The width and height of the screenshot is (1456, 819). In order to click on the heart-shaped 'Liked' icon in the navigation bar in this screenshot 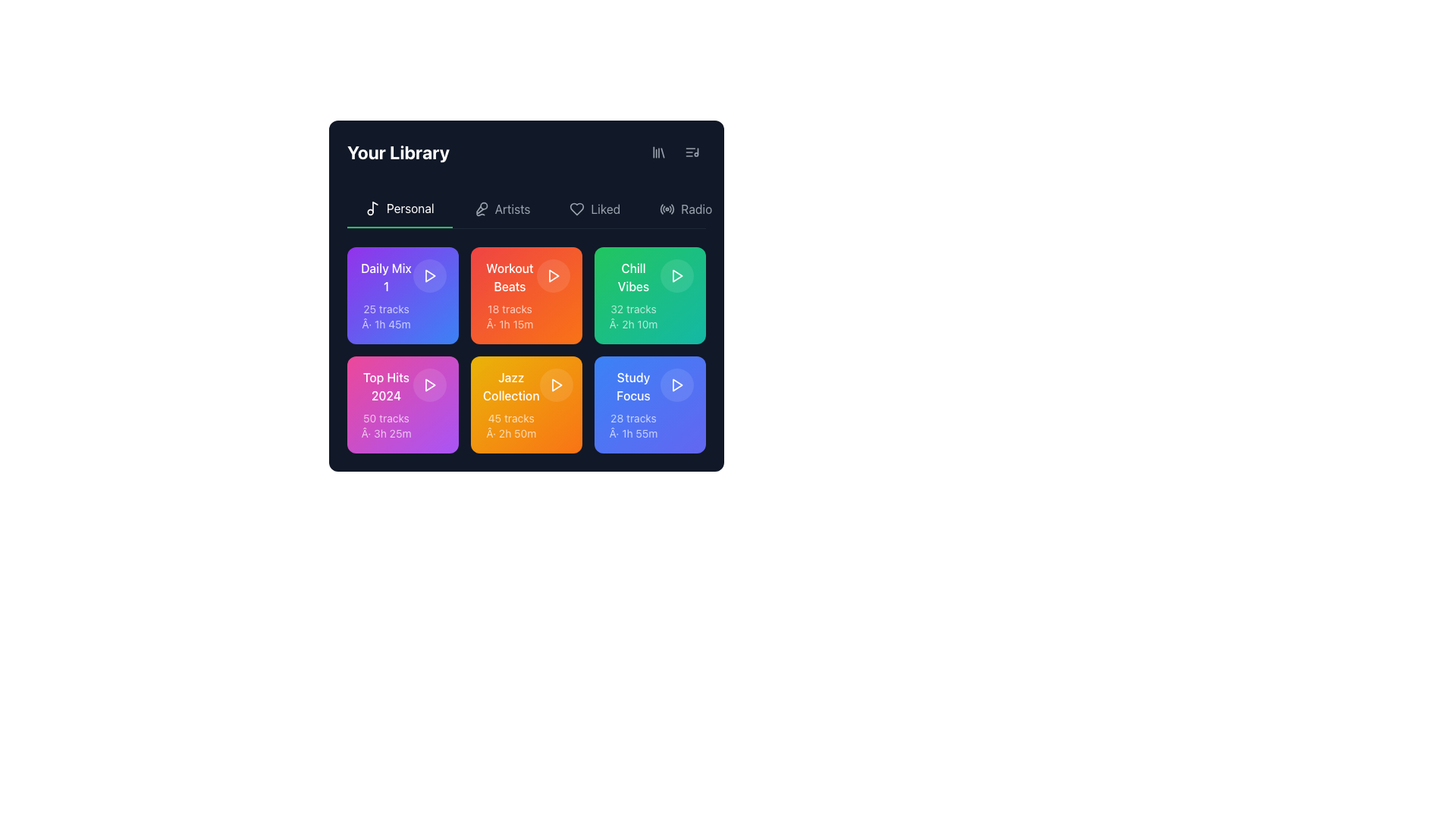, I will do `click(576, 209)`.